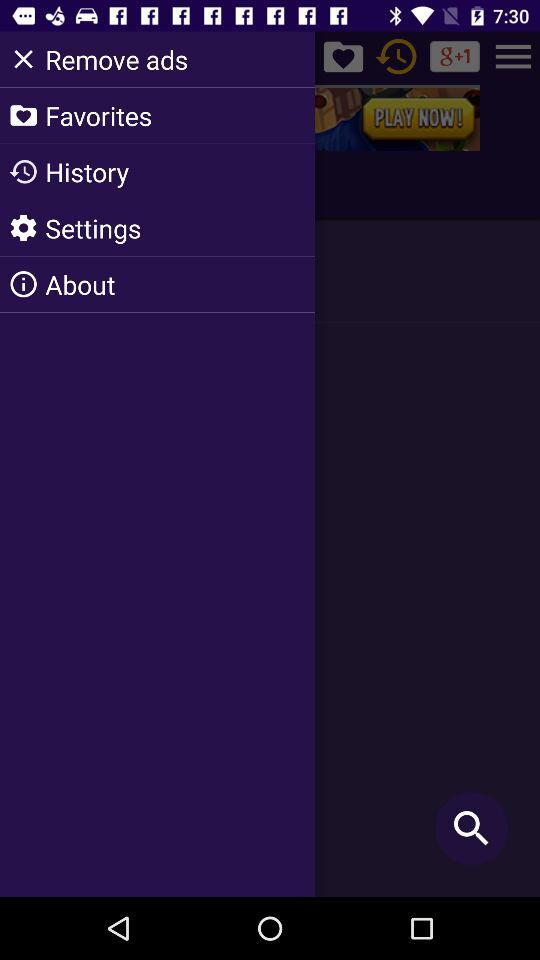 This screenshot has width=540, height=960. Describe the element at coordinates (396, 55) in the screenshot. I see `the history icon` at that location.